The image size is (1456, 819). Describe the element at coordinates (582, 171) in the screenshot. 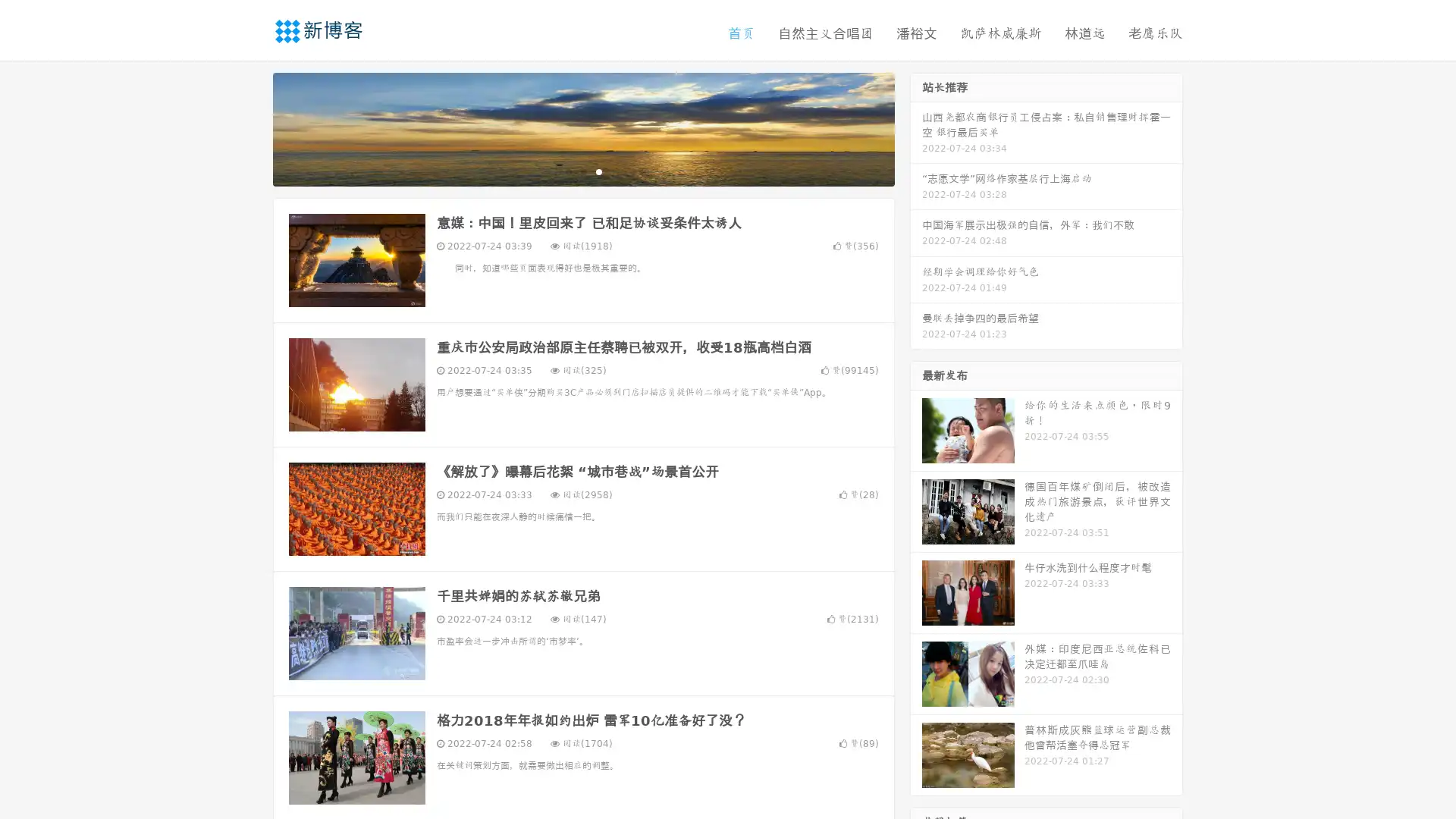

I see `Go to slide 2` at that location.